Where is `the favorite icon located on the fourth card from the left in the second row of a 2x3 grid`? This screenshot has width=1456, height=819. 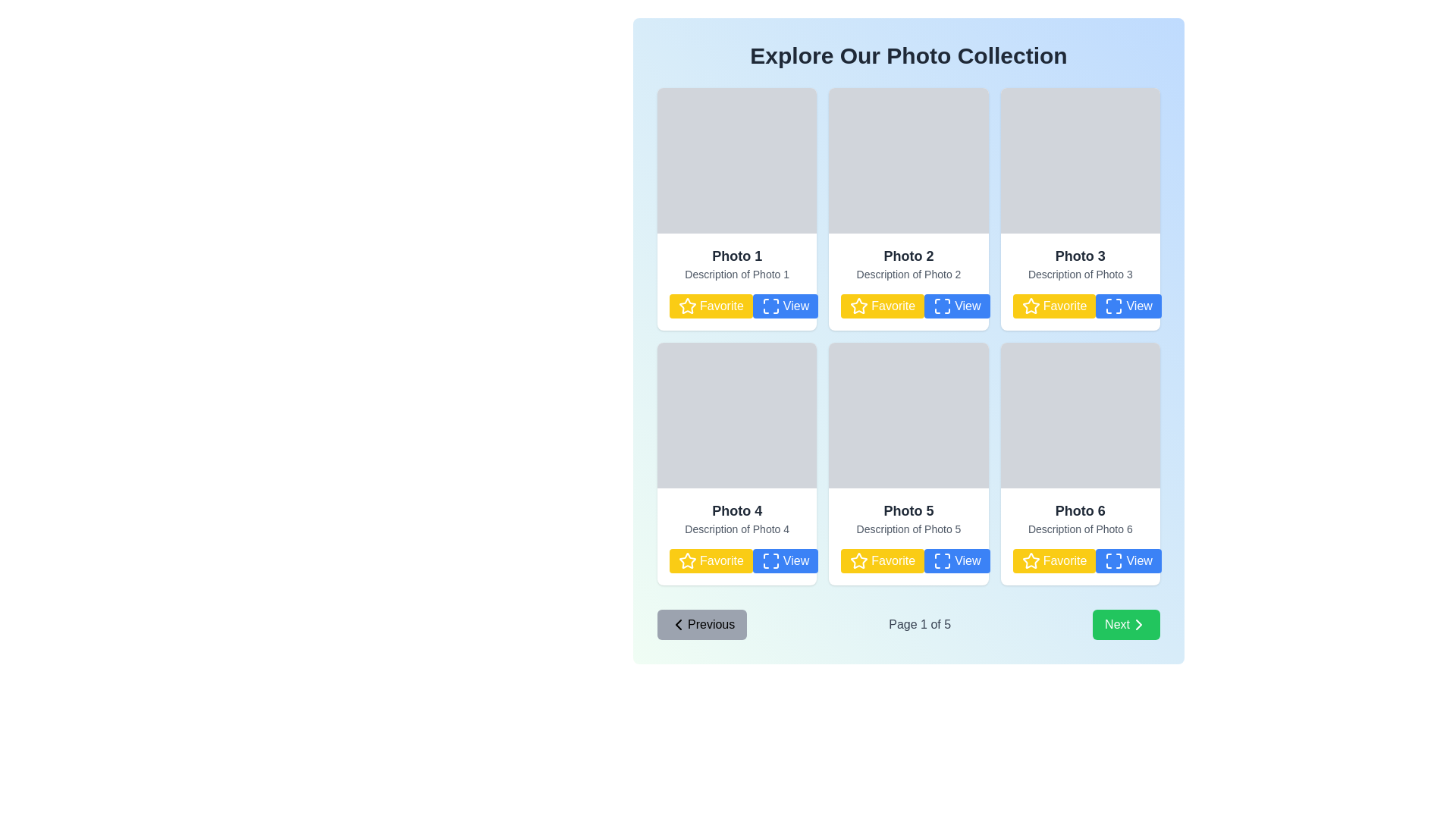 the favorite icon located on the fourth card from the left in the second row of a 2x3 grid is located at coordinates (687, 560).